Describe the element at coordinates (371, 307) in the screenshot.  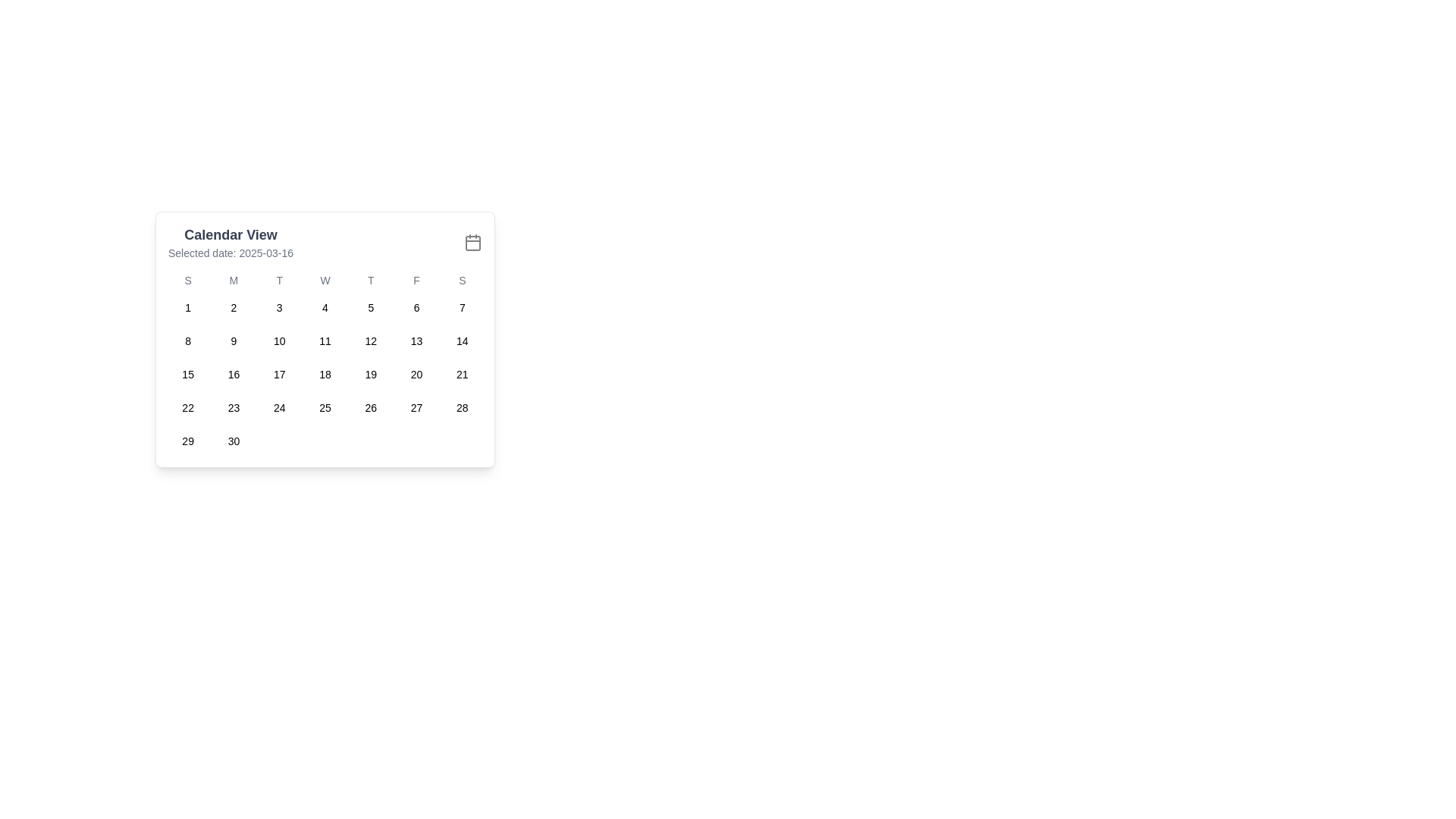
I see `the square-shaped button displaying the number '5', which is the fifth cell in the first row of the calendar's grid layout, corresponding to Thursday of the first week` at that location.